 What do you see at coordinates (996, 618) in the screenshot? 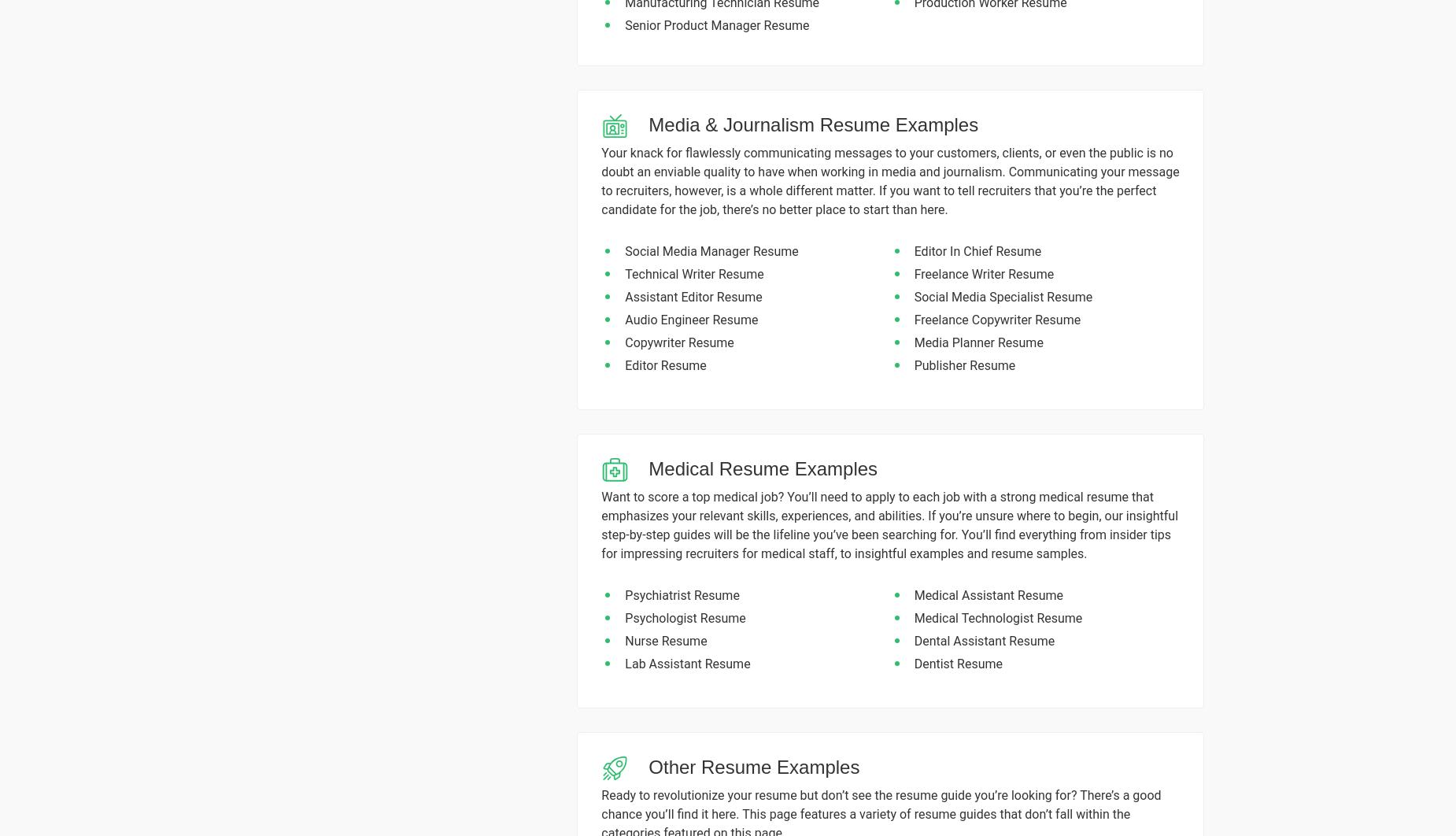
I see `'Medical Technologist Resume'` at bounding box center [996, 618].